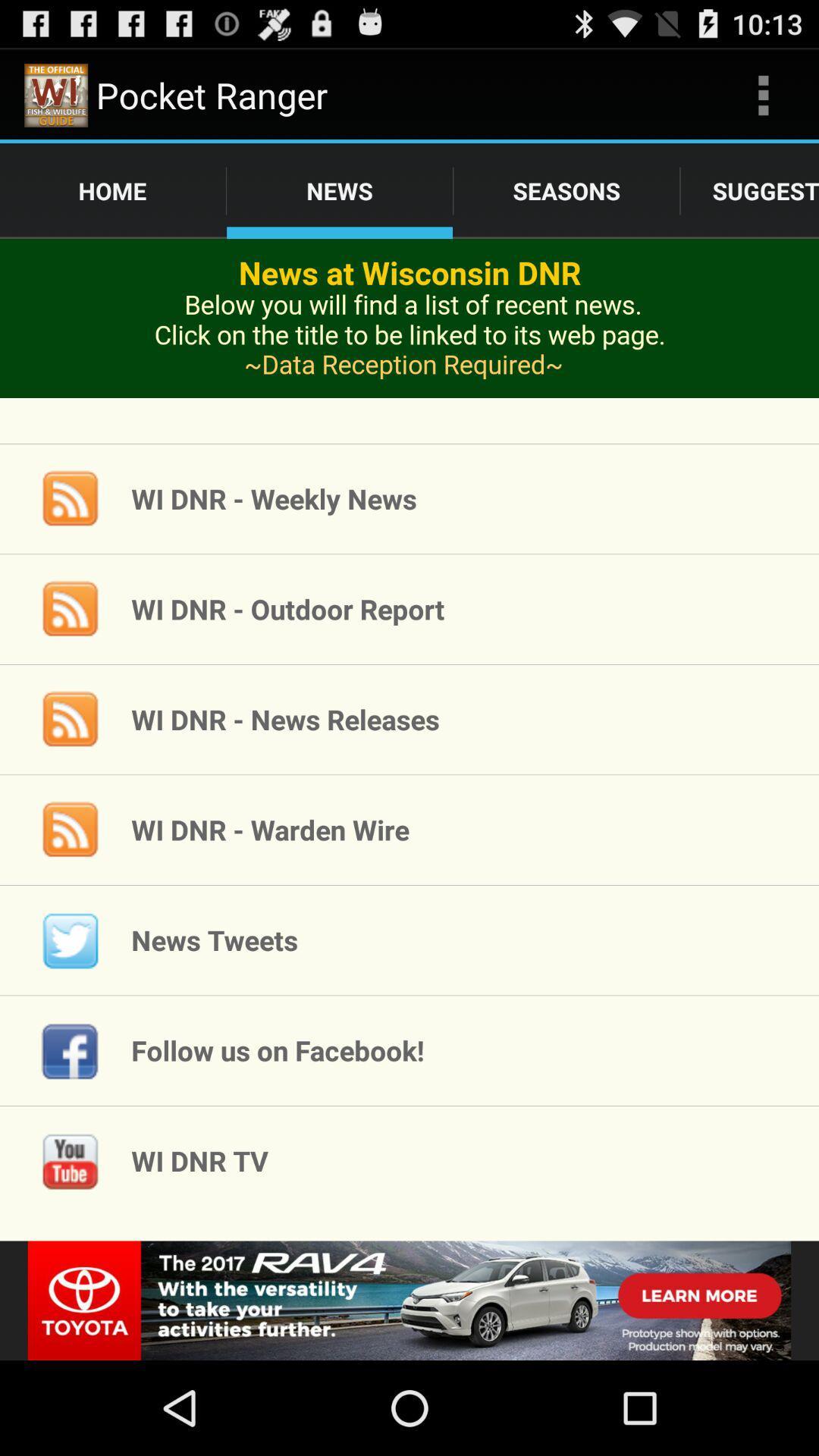 The width and height of the screenshot is (819, 1456). Describe the element at coordinates (409, 1300) in the screenshot. I see `advertisement banner` at that location.